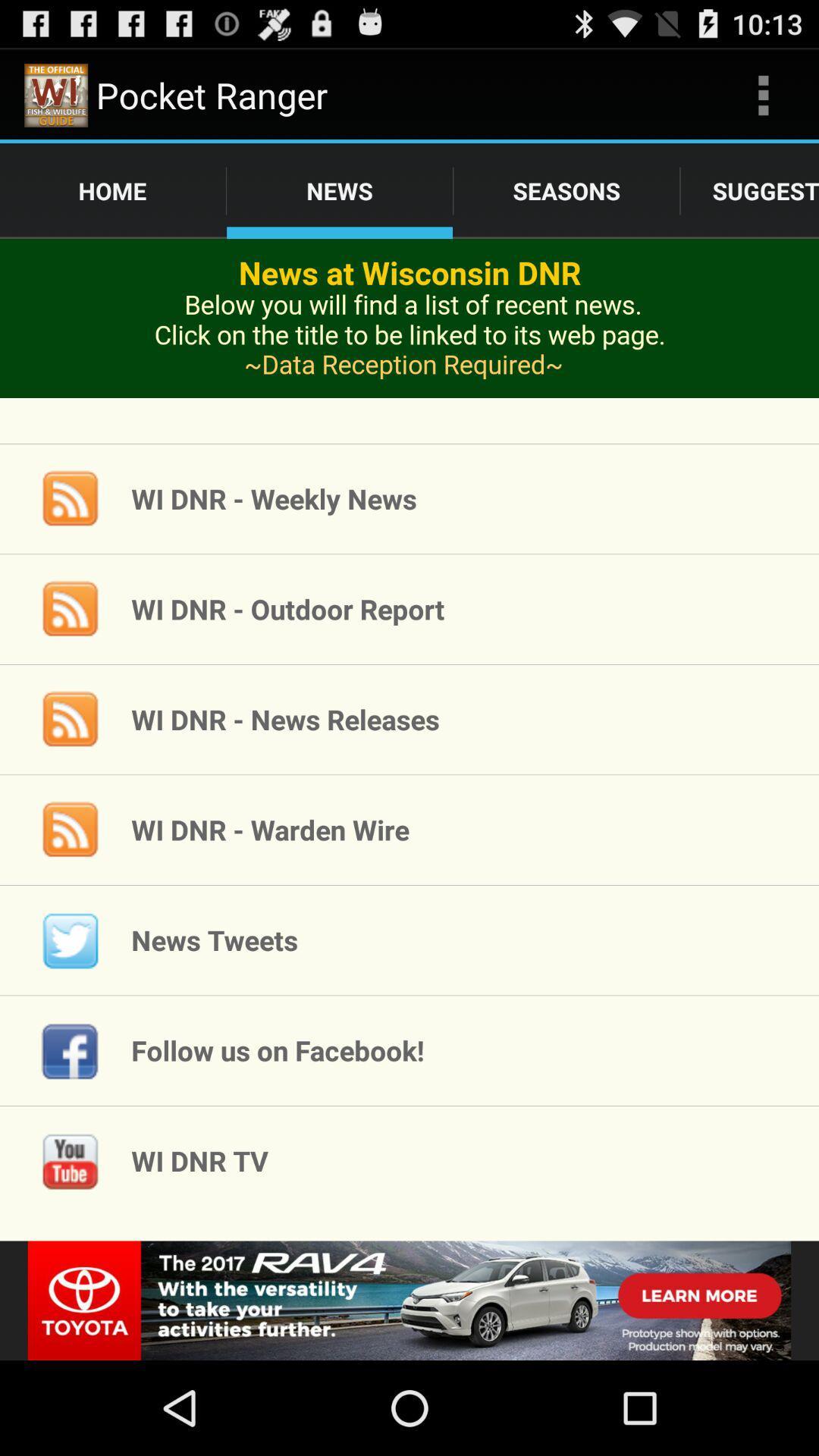 The width and height of the screenshot is (819, 1456). Describe the element at coordinates (409, 1300) in the screenshot. I see `advertisement banner` at that location.